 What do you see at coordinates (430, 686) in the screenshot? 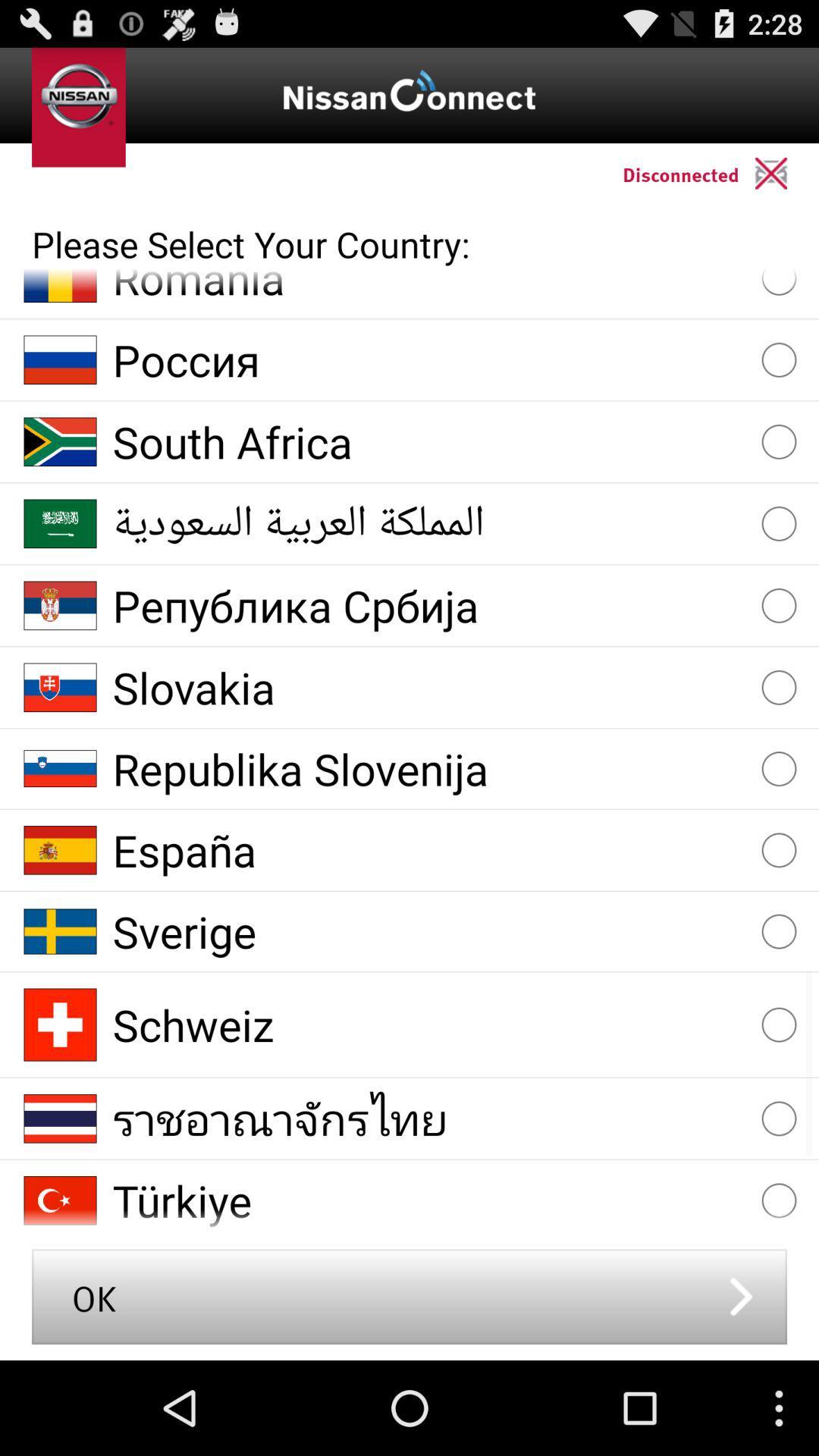
I see `slovakia icon` at bounding box center [430, 686].